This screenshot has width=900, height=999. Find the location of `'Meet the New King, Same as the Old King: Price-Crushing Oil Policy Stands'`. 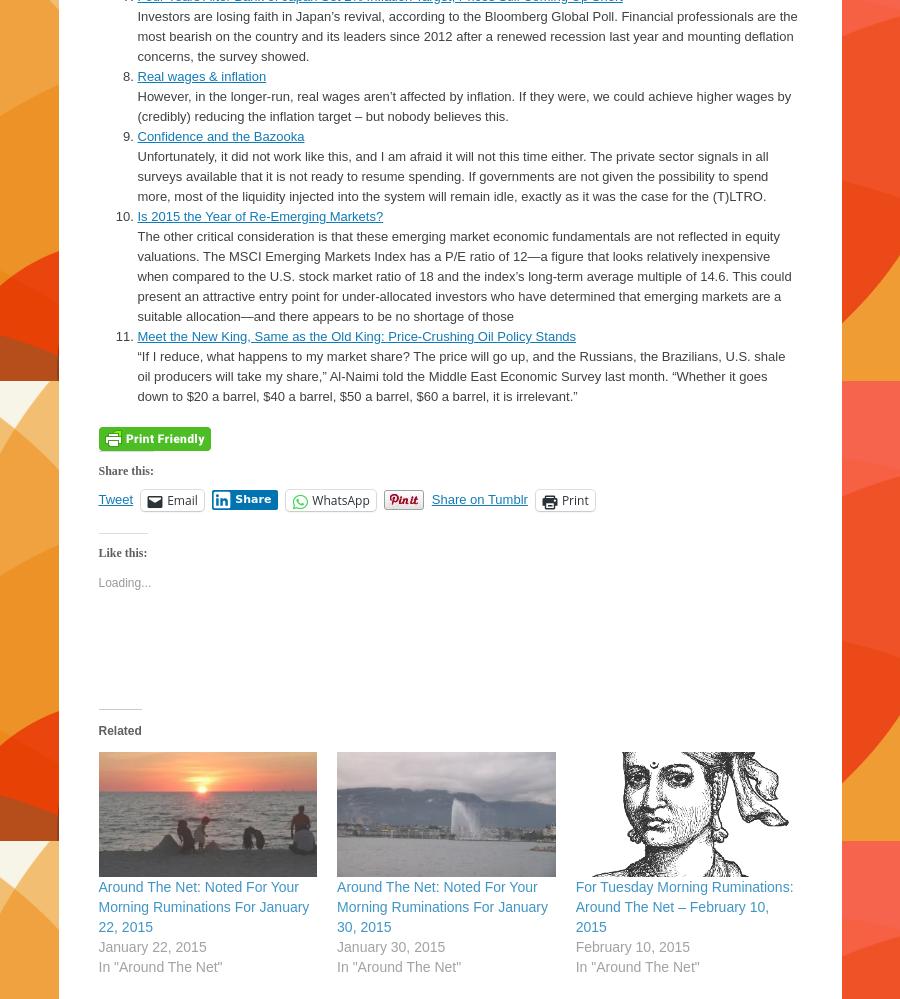

'Meet the New King, Same as the Old King: Price-Crushing Oil Policy Stands' is located at coordinates (136, 336).